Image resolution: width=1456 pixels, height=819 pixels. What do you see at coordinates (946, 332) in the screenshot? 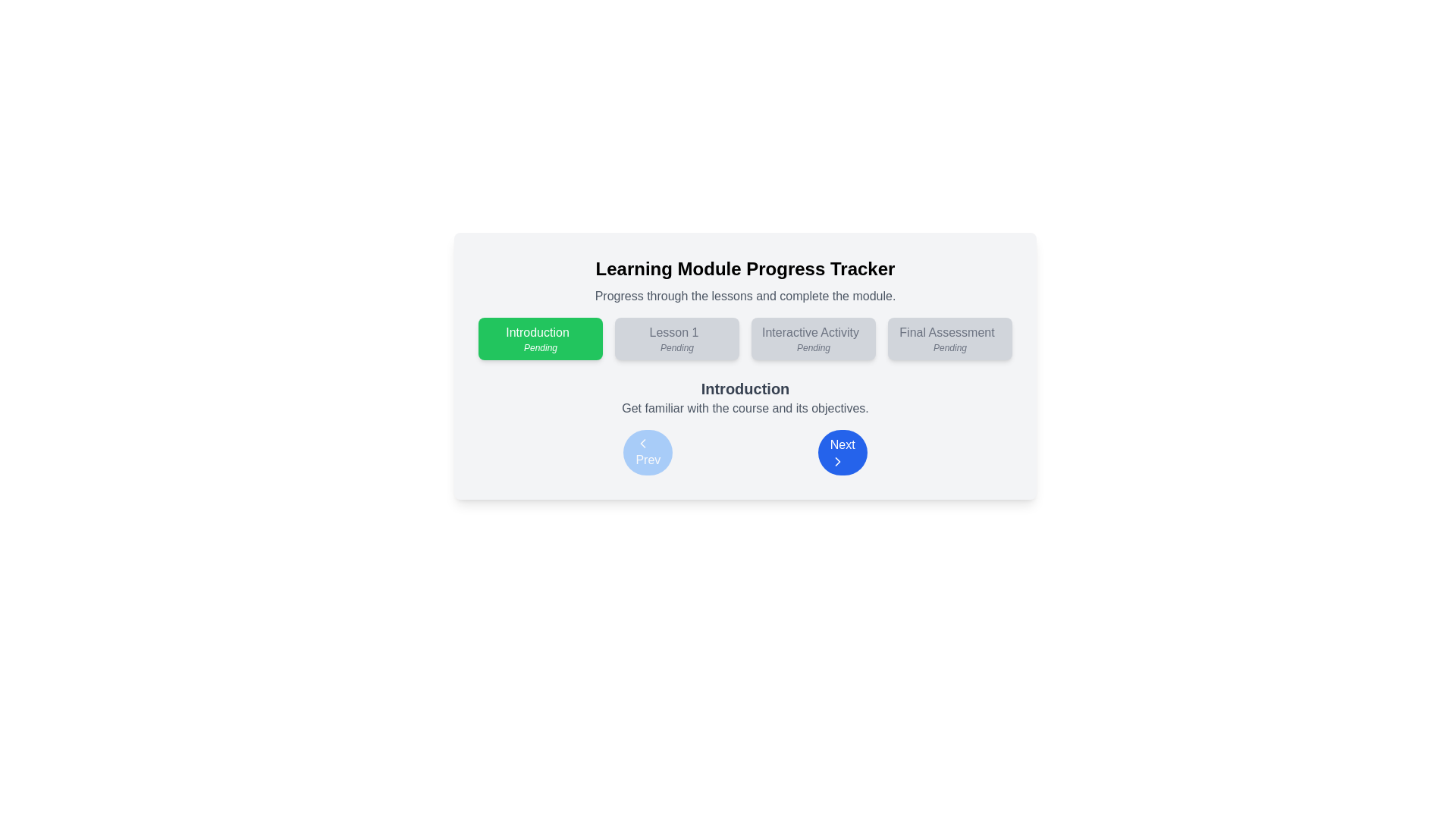
I see `the displayed text on the 'Final Assessment' step label in the module progress tracker, which is the fourth item in a horizontal series of steps` at bounding box center [946, 332].